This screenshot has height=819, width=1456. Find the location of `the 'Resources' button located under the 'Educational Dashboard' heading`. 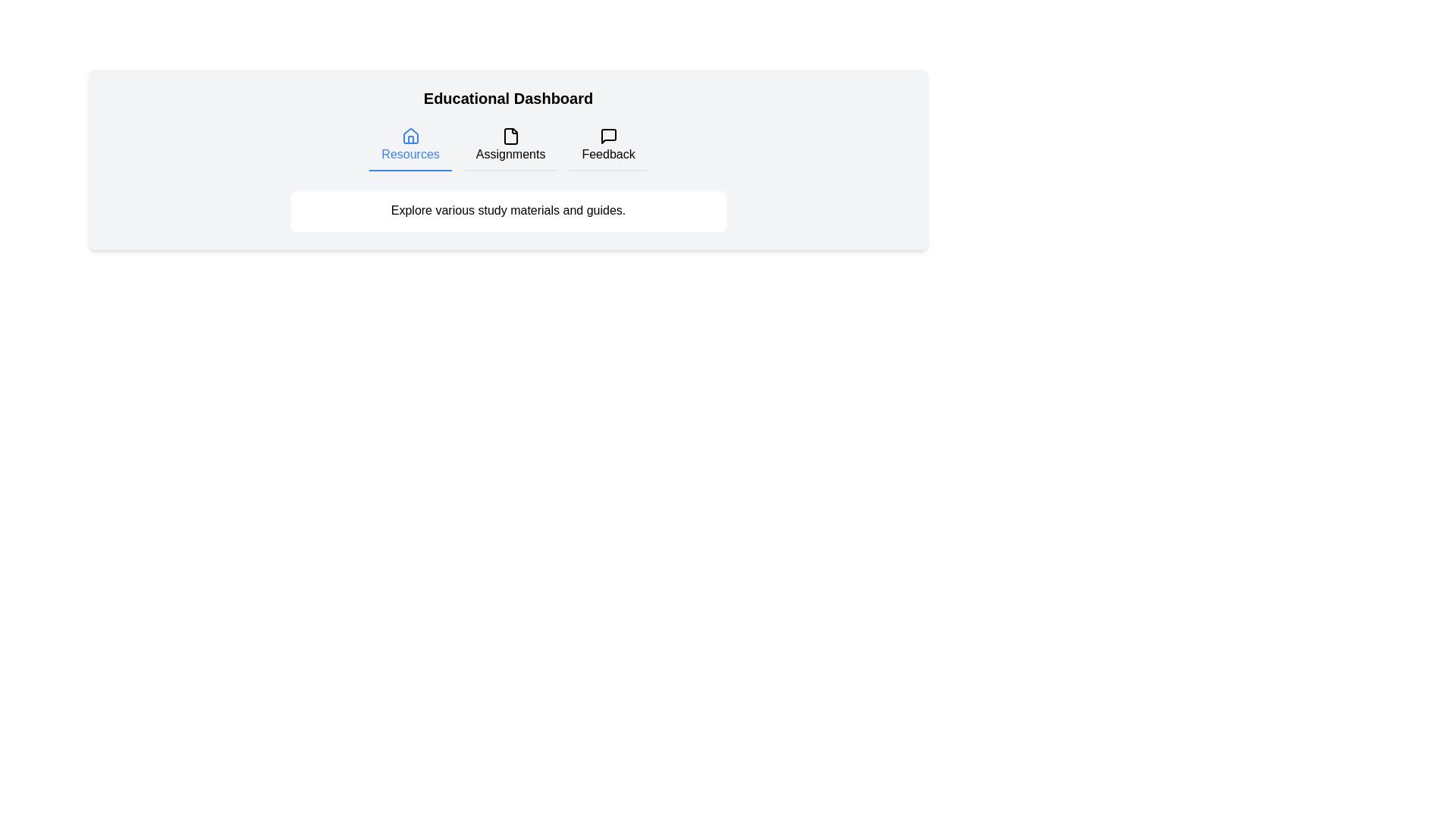

the 'Resources' button located under the 'Educational Dashboard' heading is located at coordinates (410, 146).